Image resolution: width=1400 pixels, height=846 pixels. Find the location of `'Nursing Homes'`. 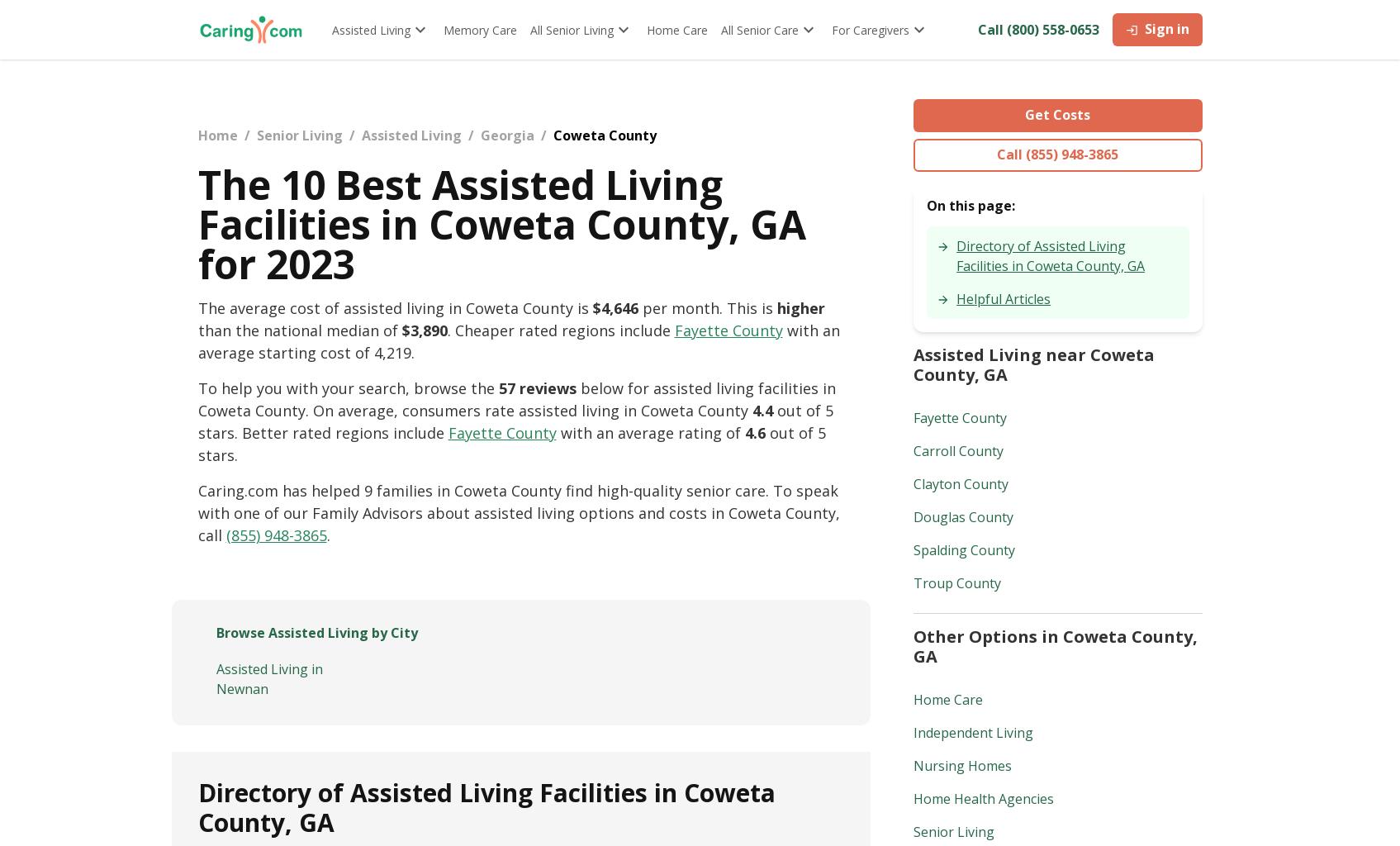

'Nursing Homes' is located at coordinates (961, 765).